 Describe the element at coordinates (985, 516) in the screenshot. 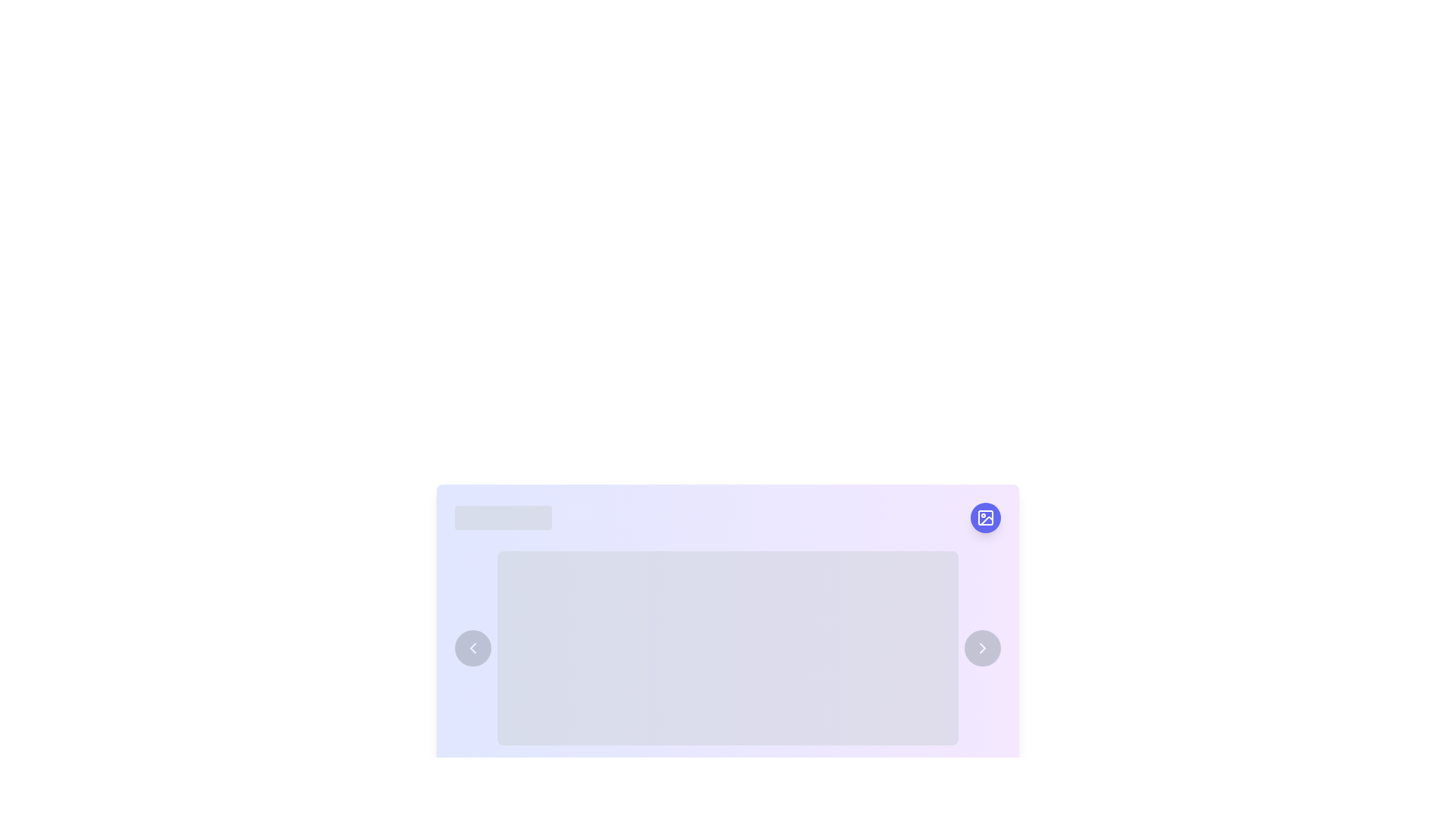

I see `the small square with rounded corners in the top left part of the SVG icon located on the top right corner of the card-like layout` at that location.